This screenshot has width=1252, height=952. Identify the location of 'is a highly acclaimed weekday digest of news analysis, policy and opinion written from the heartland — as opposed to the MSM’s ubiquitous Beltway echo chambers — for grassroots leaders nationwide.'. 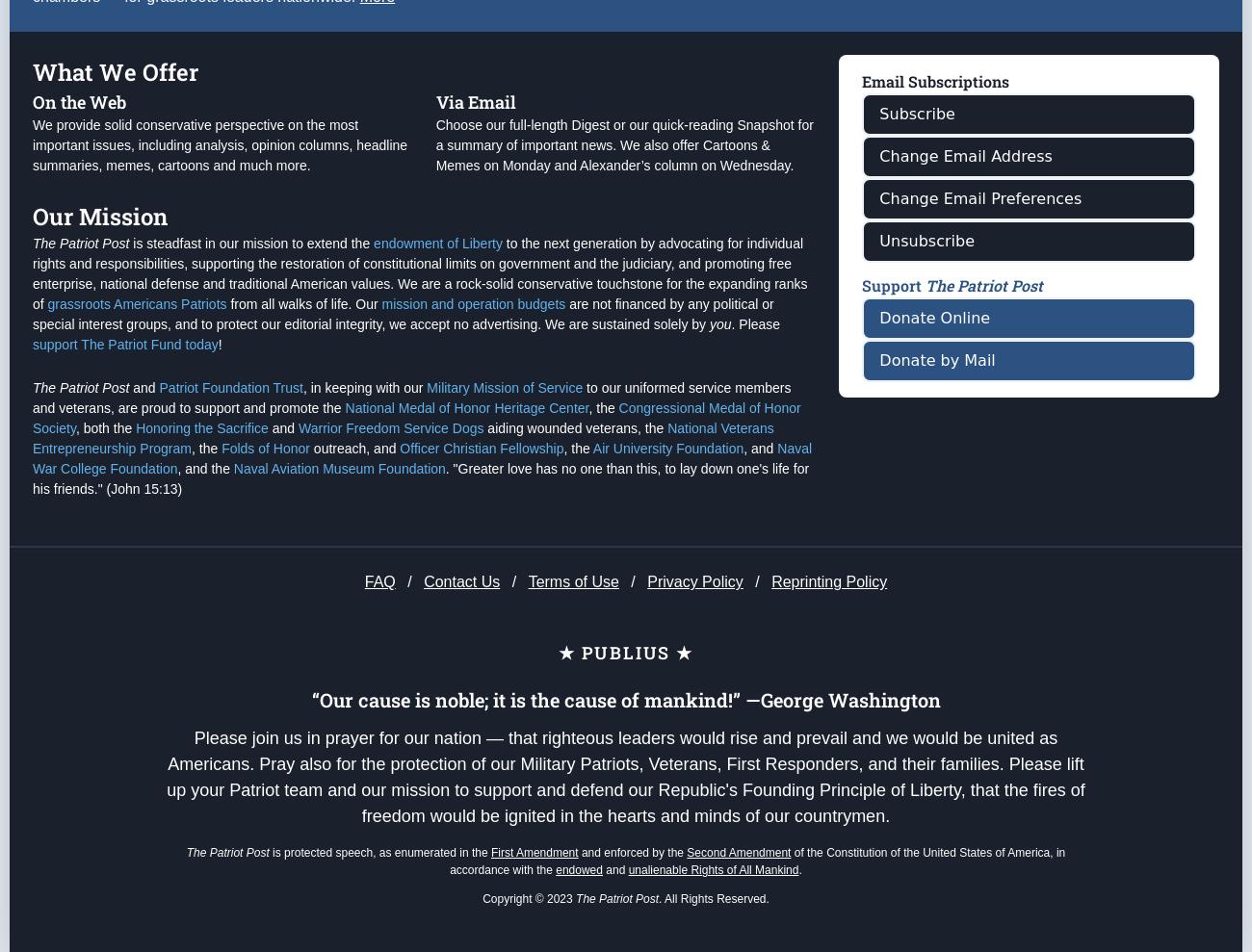
(614, 62).